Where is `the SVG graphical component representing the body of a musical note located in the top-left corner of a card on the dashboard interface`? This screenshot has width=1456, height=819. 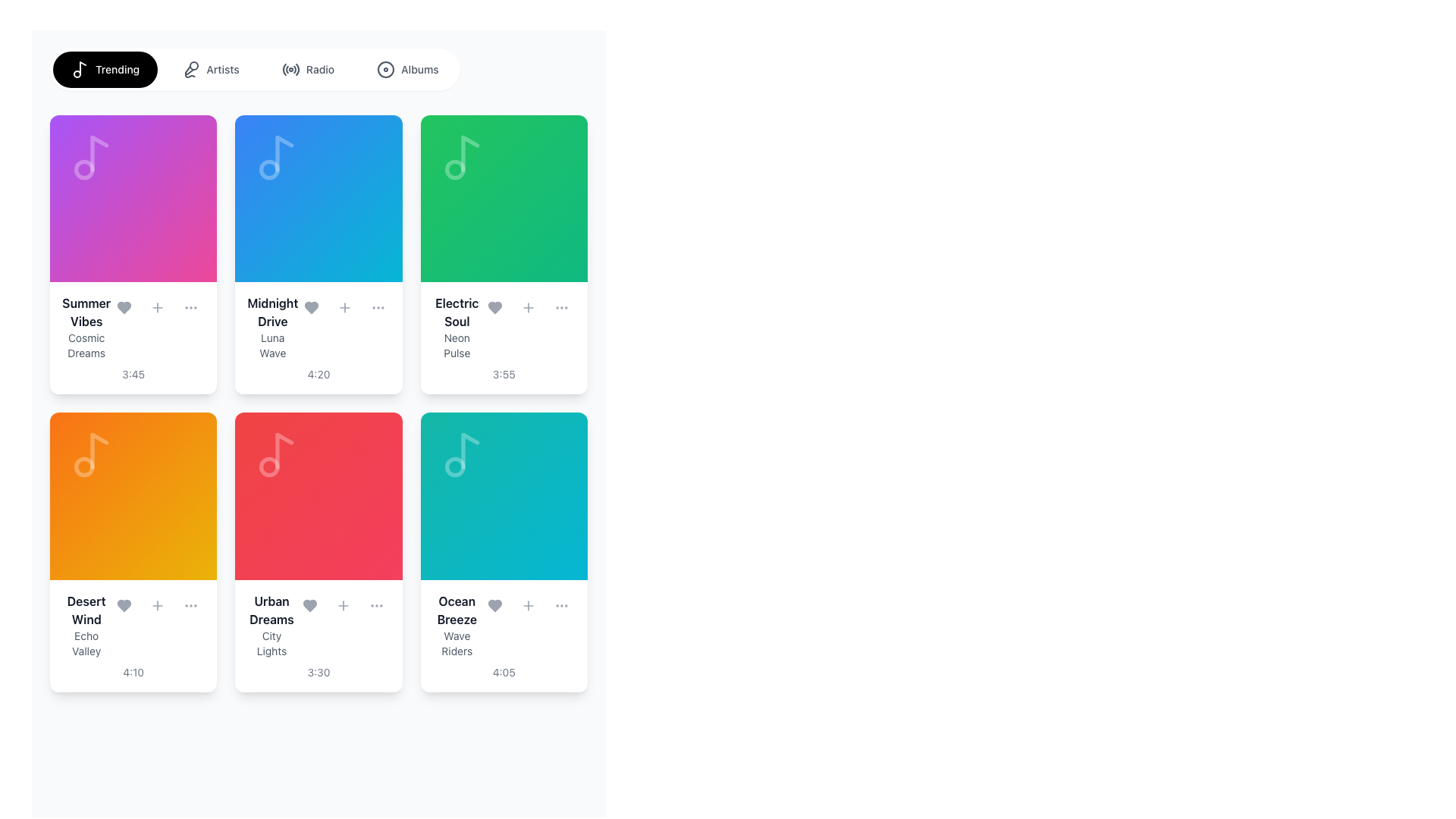 the SVG graphical component representing the body of a musical note located in the top-left corner of a card on the dashboard interface is located at coordinates (99, 153).